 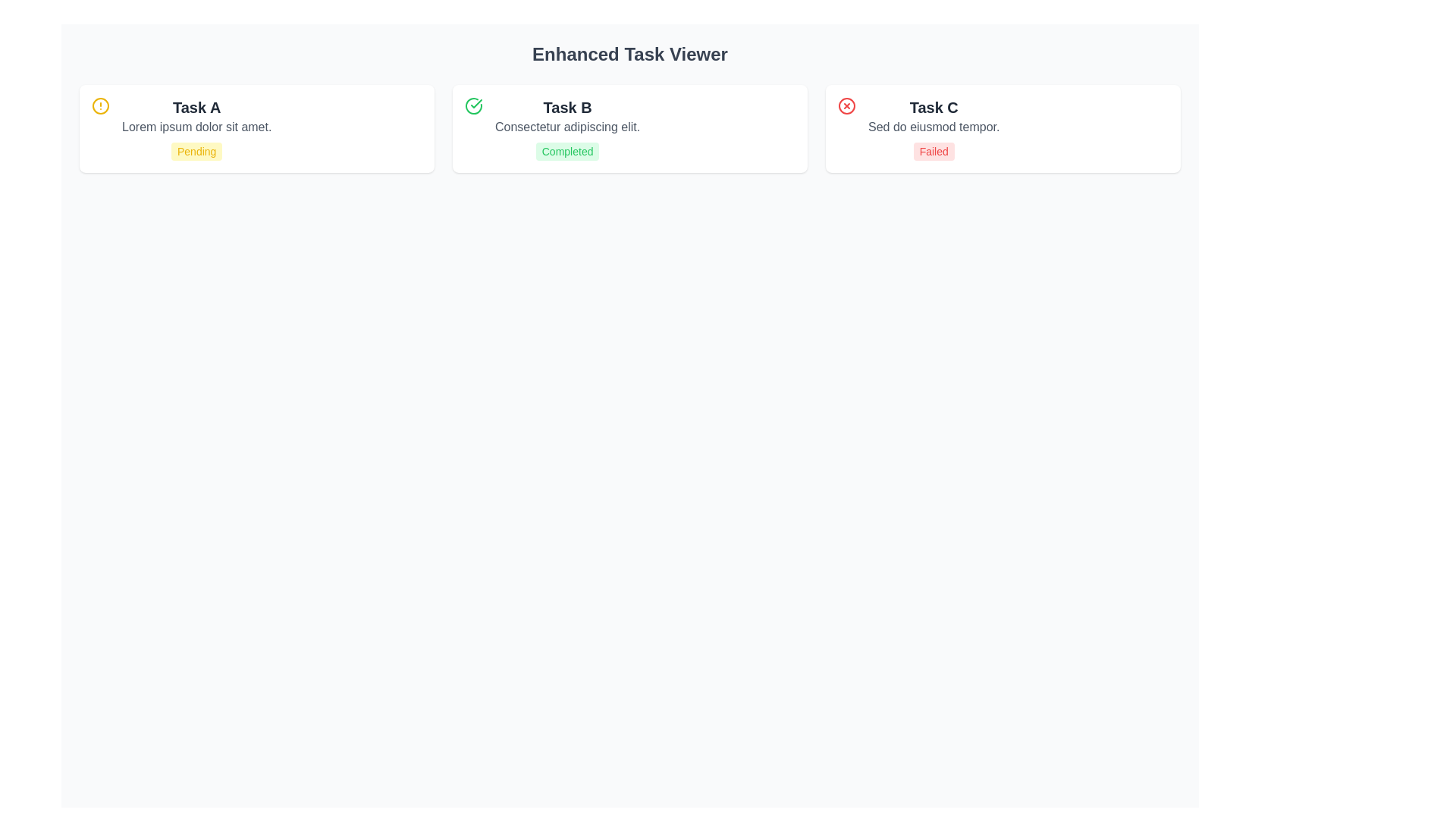 I want to click on the task card displaying 'Task B' with the status 'Completed', which is the second card in a row of three within the task viewer, so click(x=566, y=127).